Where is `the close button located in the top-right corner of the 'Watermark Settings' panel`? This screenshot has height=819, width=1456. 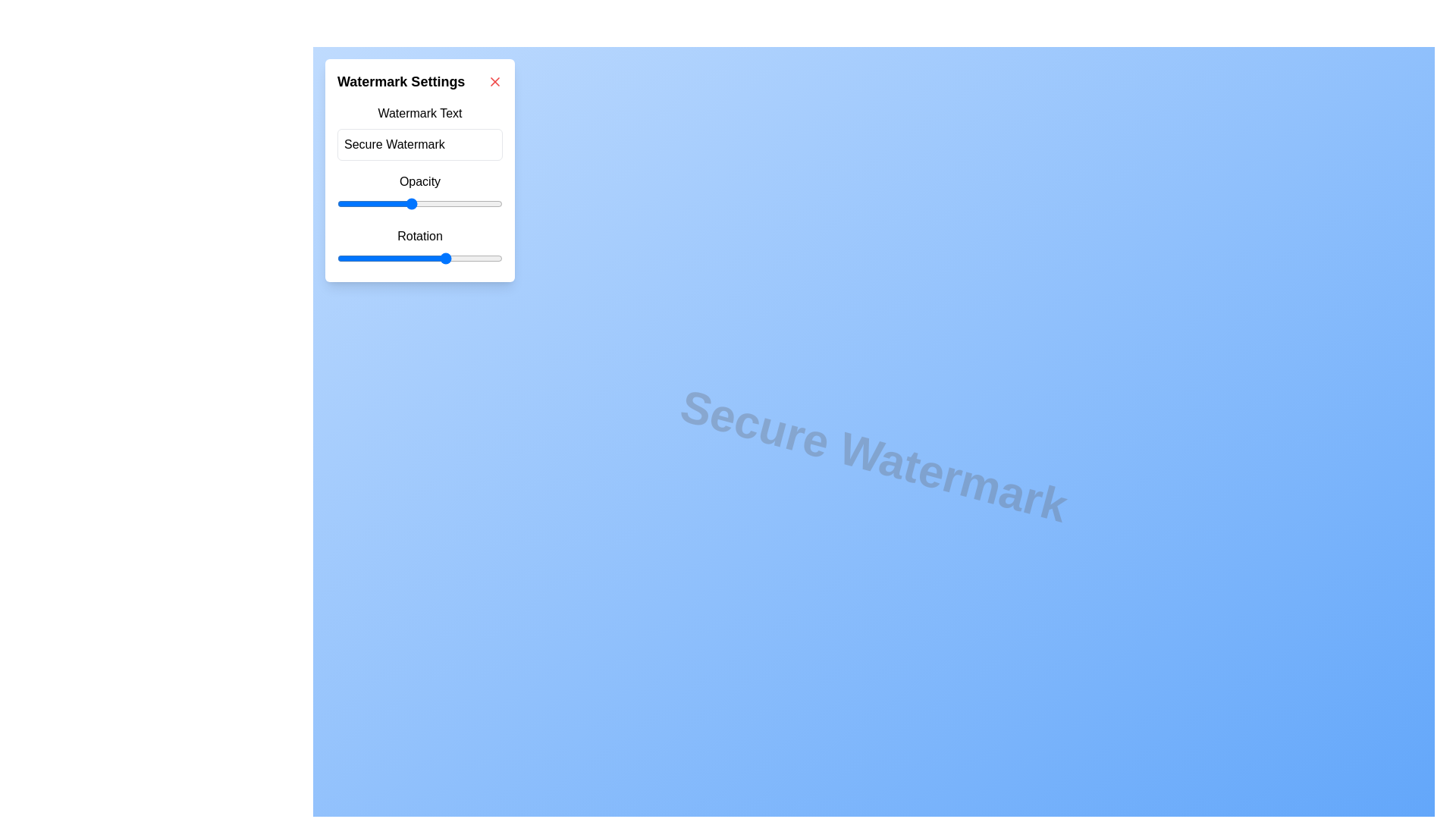 the close button located in the top-right corner of the 'Watermark Settings' panel is located at coordinates (494, 82).